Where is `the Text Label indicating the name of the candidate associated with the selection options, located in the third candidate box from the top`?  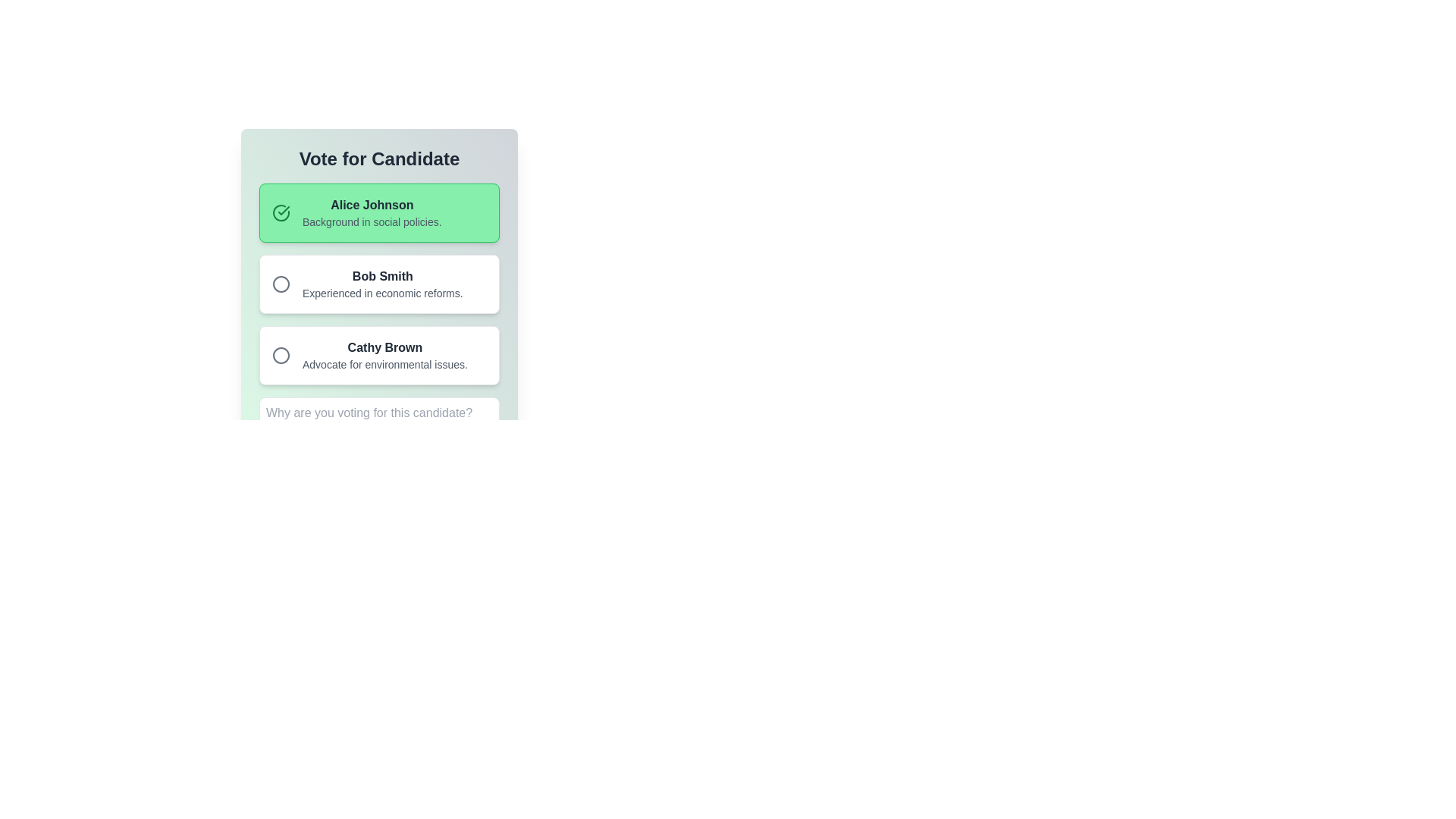
the Text Label indicating the name of the candidate associated with the selection options, located in the third candidate box from the top is located at coordinates (385, 348).